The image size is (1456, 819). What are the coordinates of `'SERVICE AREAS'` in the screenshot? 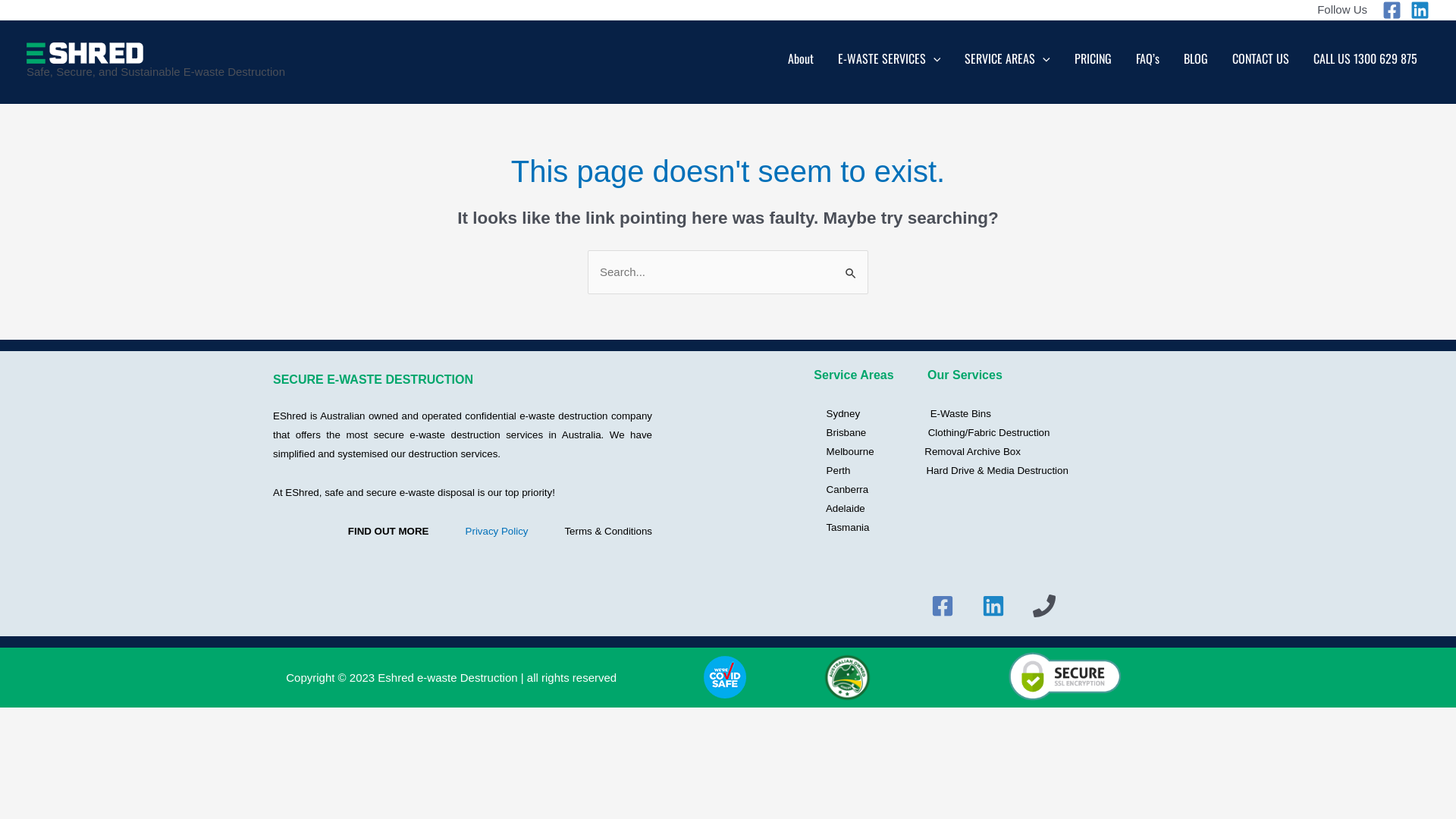 It's located at (1007, 61).